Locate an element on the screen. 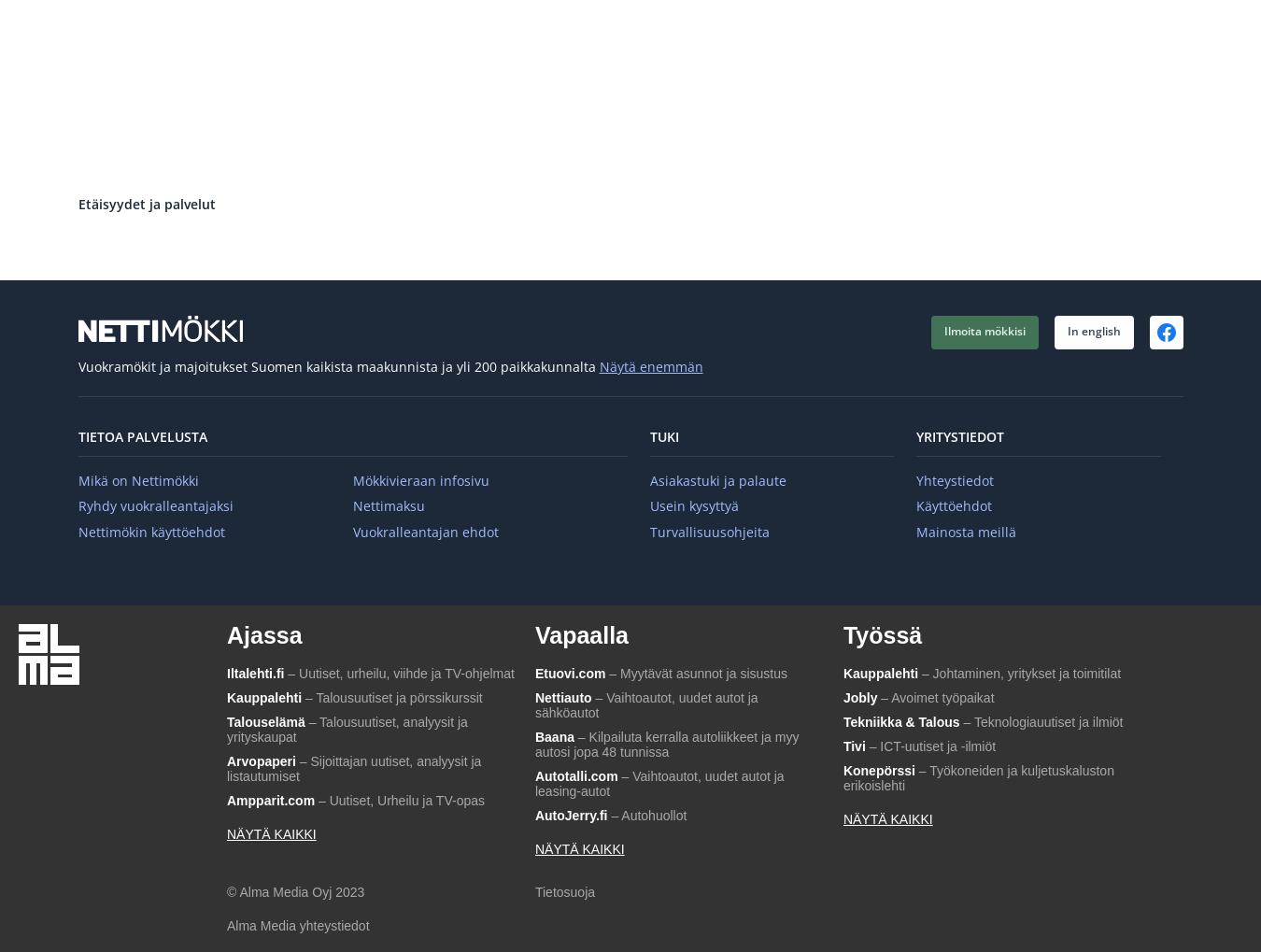 This screenshot has width=1261, height=952. 'Ampparit.com' is located at coordinates (226, 799).